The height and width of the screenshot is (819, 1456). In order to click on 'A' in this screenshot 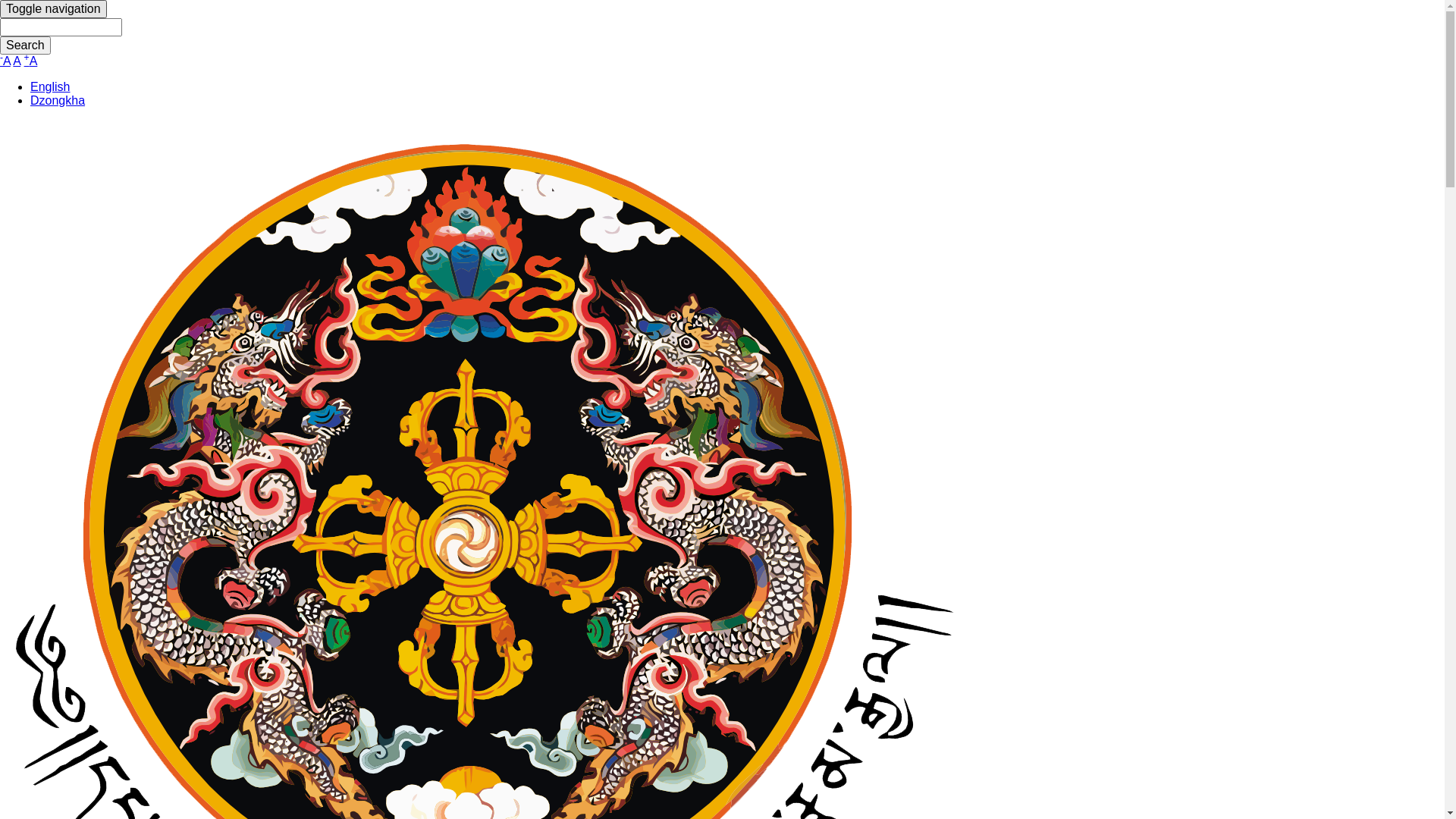, I will do `click(13, 60)`.